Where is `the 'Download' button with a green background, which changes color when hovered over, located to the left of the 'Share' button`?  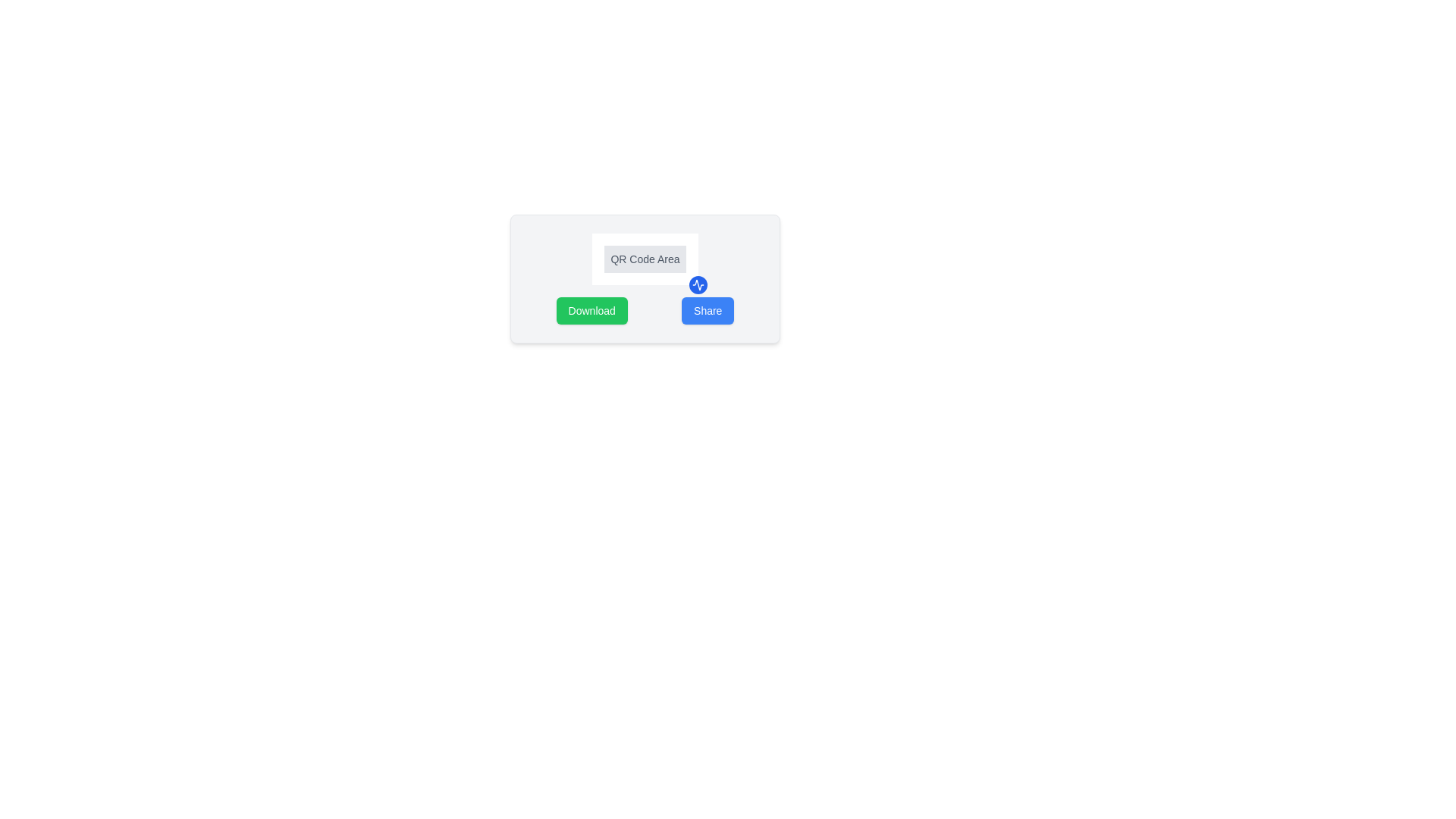
the 'Download' button with a green background, which changes color when hovered over, located to the left of the 'Share' button is located at coordinates (591, 309).